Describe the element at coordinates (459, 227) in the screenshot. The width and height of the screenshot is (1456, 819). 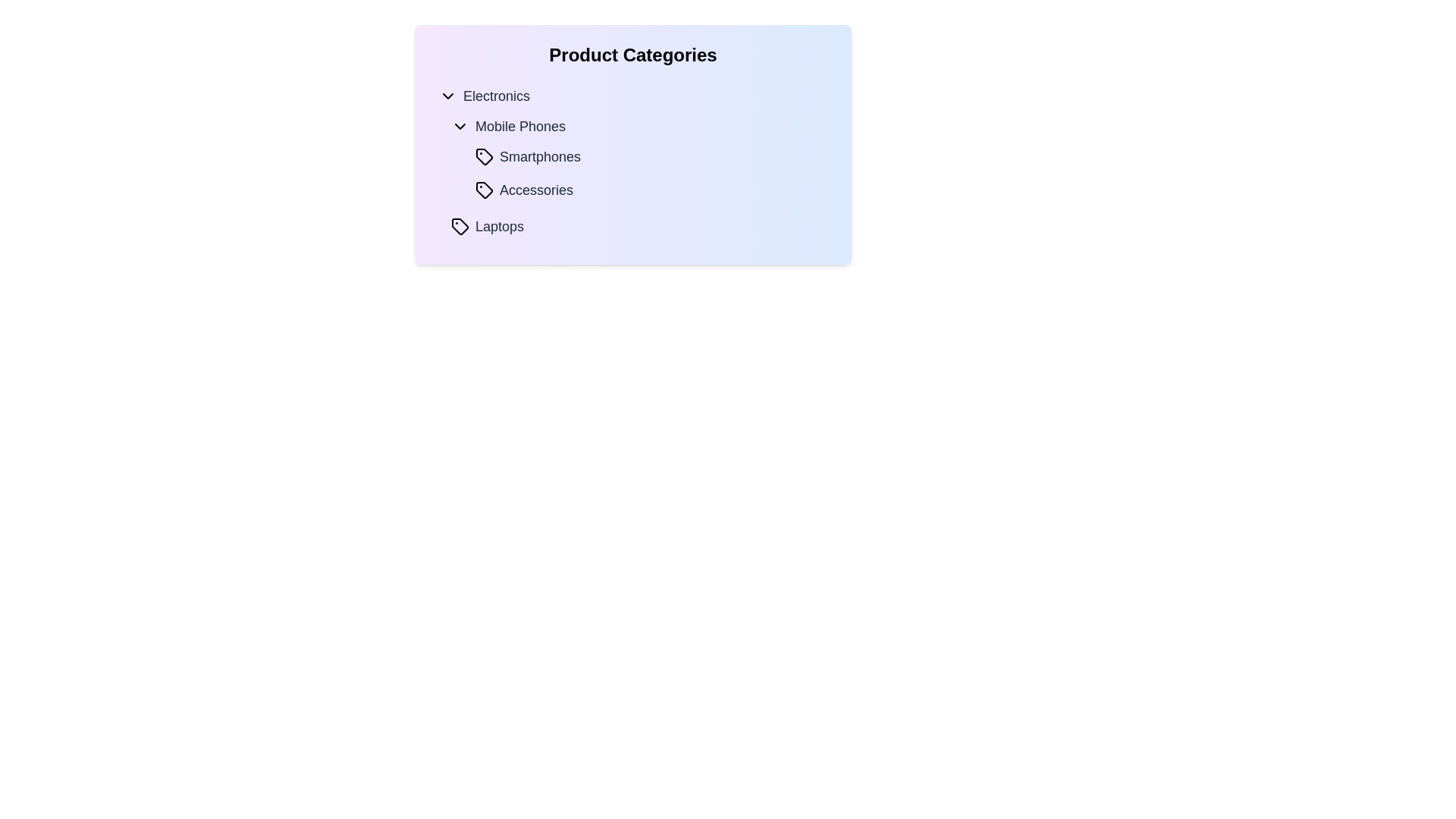
I see `the decorative icon indicating the 'Laptops' entry in the 'Product Categories' sidebar, which is located to the left of the 'Laptops' text` at that location.